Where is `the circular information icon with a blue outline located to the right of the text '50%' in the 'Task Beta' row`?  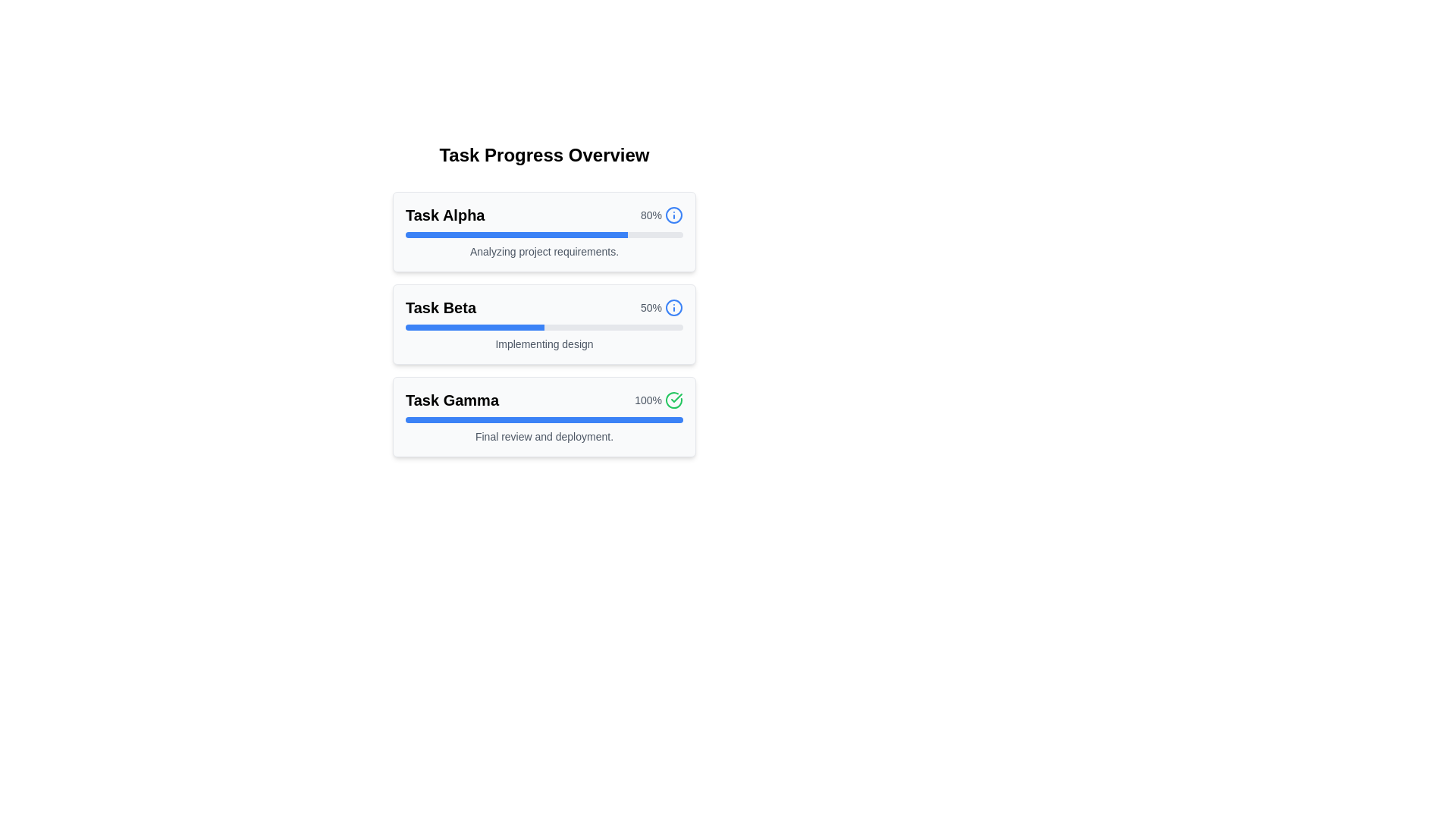 the circular information icon with a blue outline located to the right of the text '50%' in the 'Task Beta' row is located at coordinates (673, 307).